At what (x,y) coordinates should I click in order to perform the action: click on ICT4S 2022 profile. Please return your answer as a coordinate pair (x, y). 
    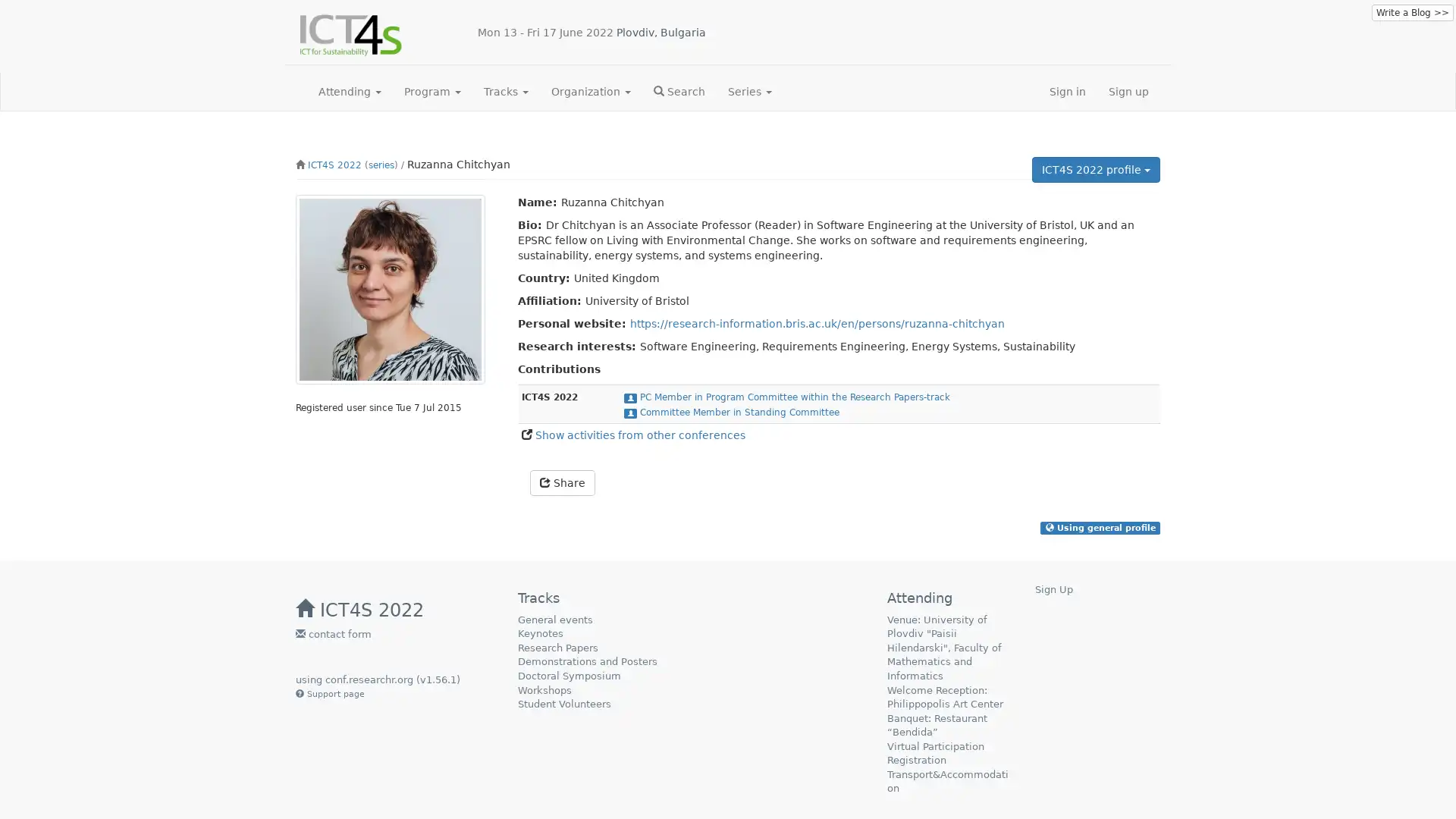
    Looking at the image, I should click on (1096, 169).